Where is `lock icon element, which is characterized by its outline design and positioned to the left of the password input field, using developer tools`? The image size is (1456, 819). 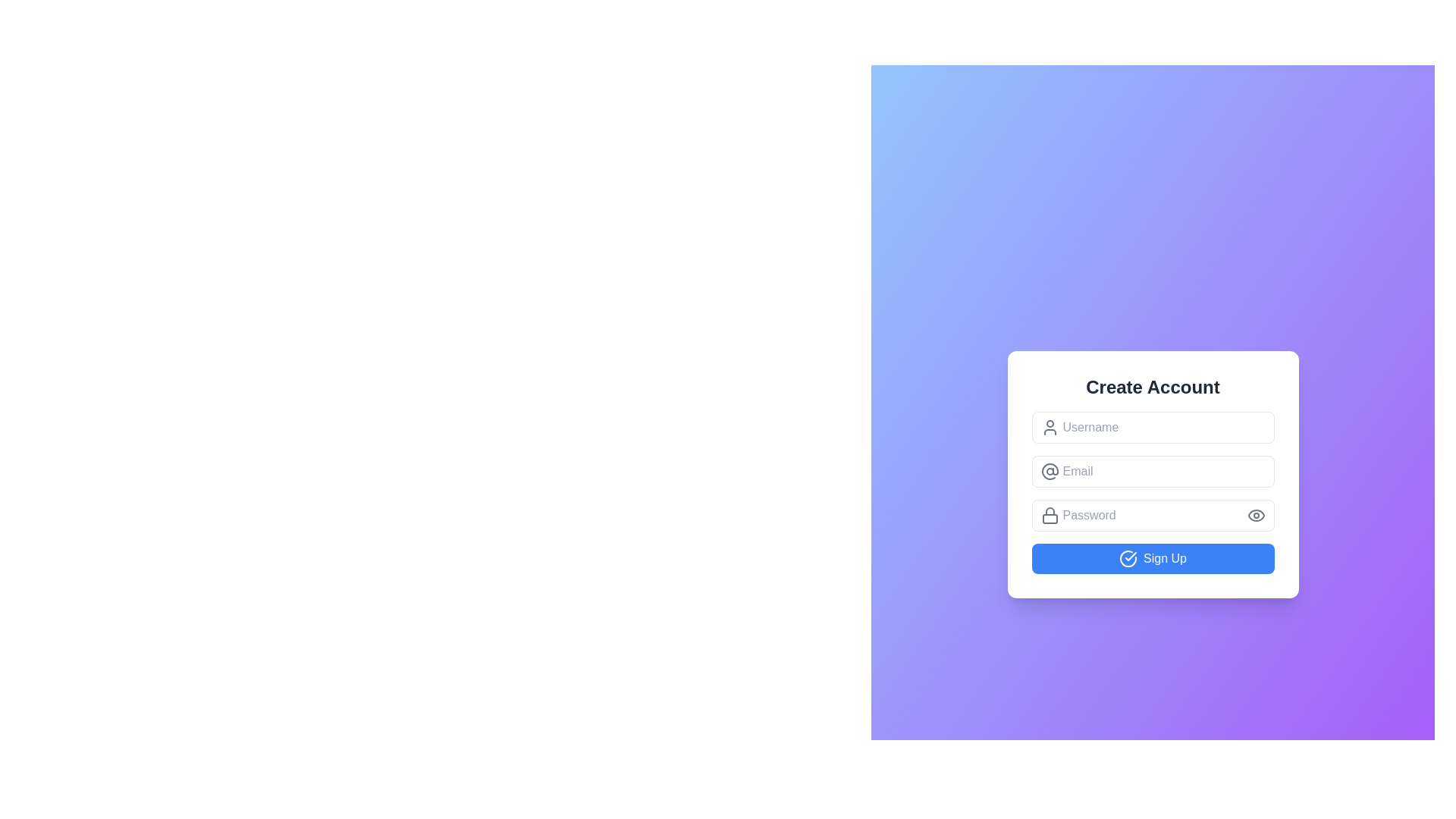 lock icon element, which is characterized by its outline design and positioned to the left of the password input field, using developer tools is located at coordinates (1049, 514).